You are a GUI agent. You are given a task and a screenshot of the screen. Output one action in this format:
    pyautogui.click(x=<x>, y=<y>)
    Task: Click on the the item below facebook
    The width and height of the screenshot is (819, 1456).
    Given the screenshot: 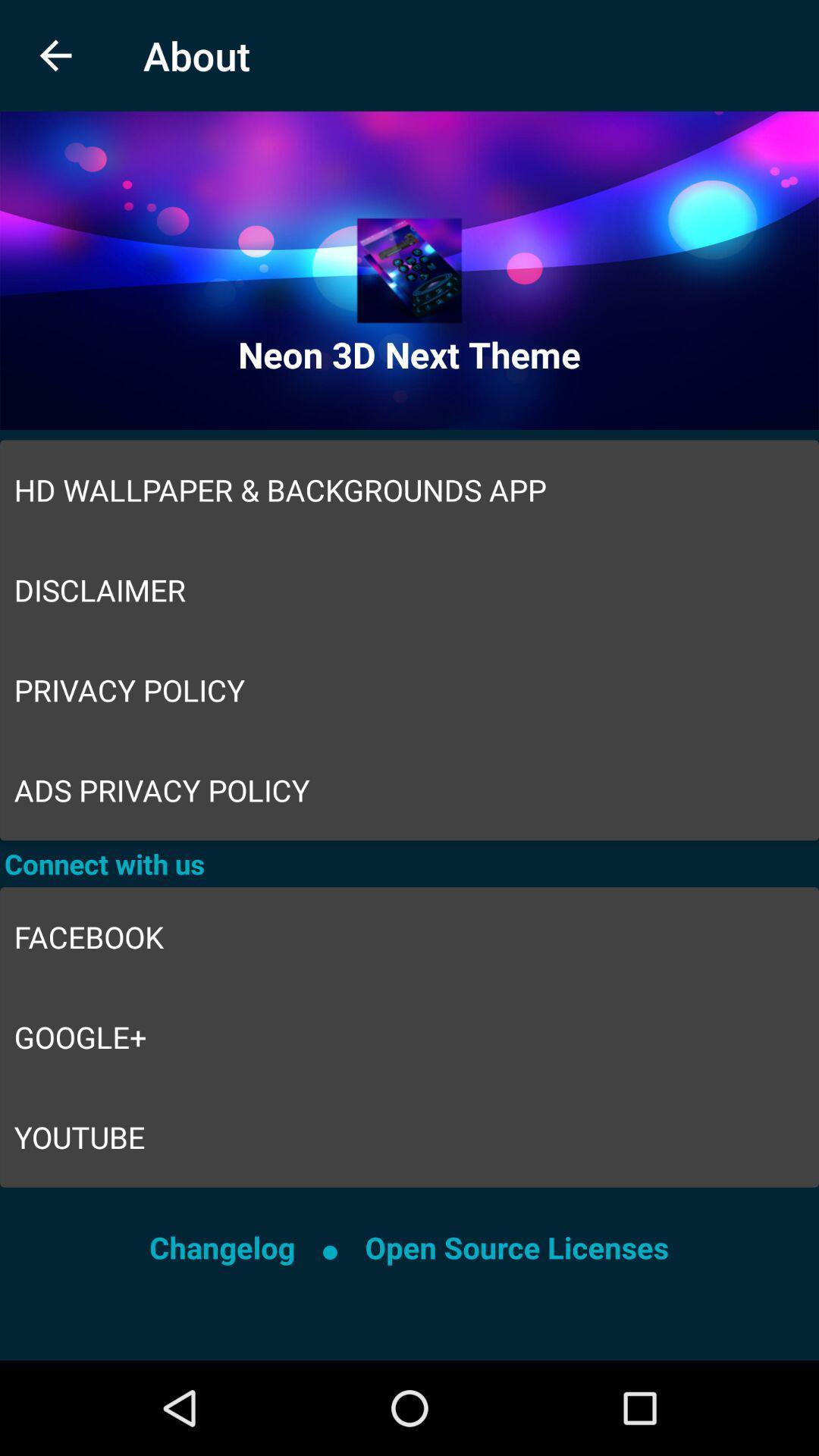 What is the action you would take?
    pyautogui.click(x=409, y=1037)
    